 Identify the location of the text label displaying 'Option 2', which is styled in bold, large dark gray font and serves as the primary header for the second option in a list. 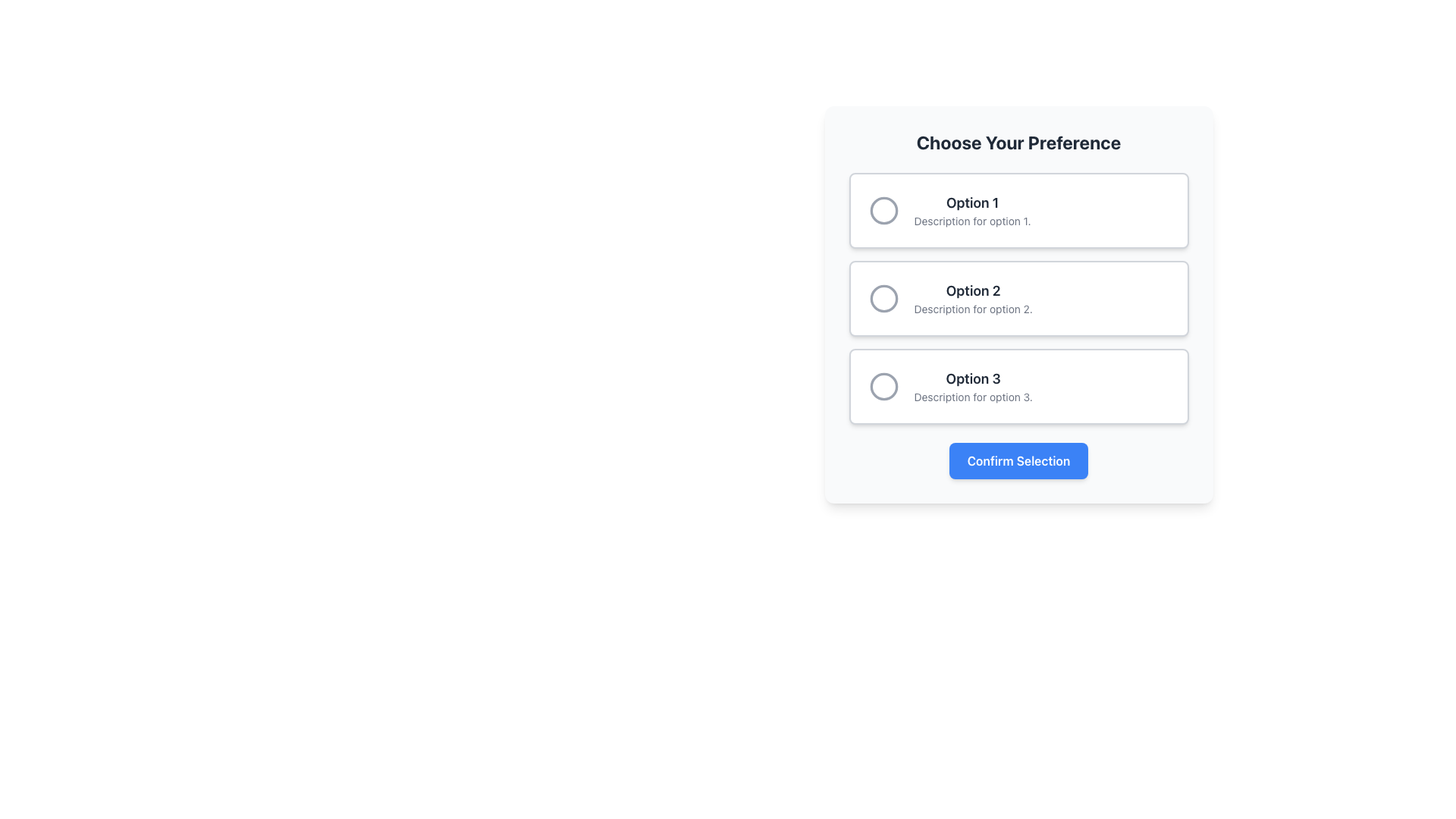
(973, 291).